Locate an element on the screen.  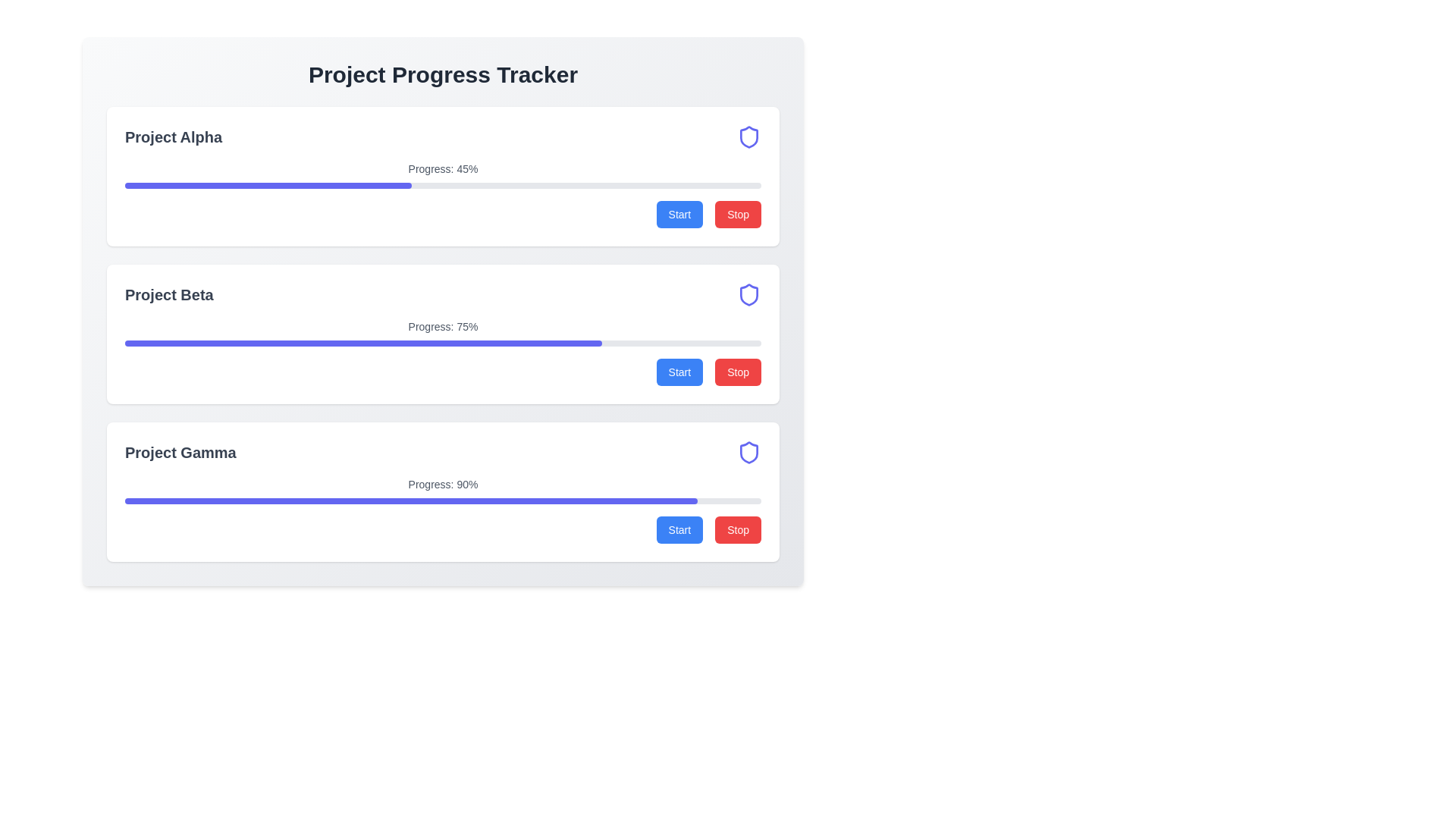
the 'Start' button located at the bottom right corner of the 'Project Gamma' area to initiate the process is located at coordinates (679, 529).